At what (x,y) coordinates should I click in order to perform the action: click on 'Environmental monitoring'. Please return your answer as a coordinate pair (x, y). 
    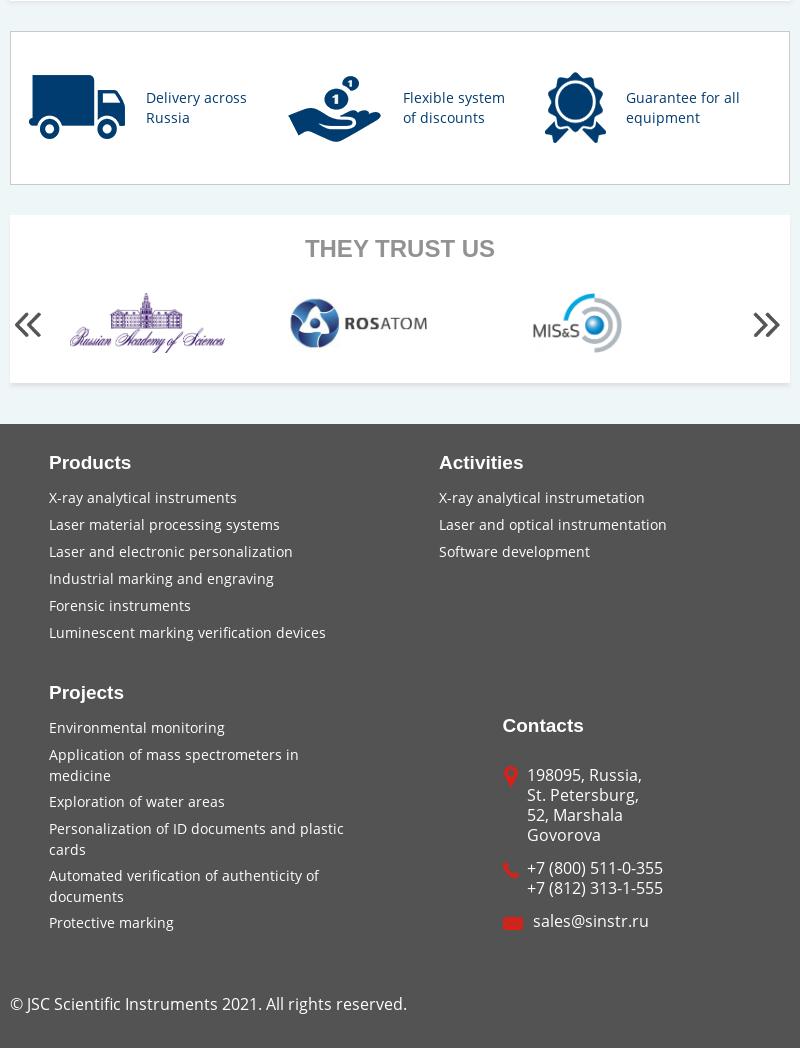
    Looking at the image, I should click on (137, 726).